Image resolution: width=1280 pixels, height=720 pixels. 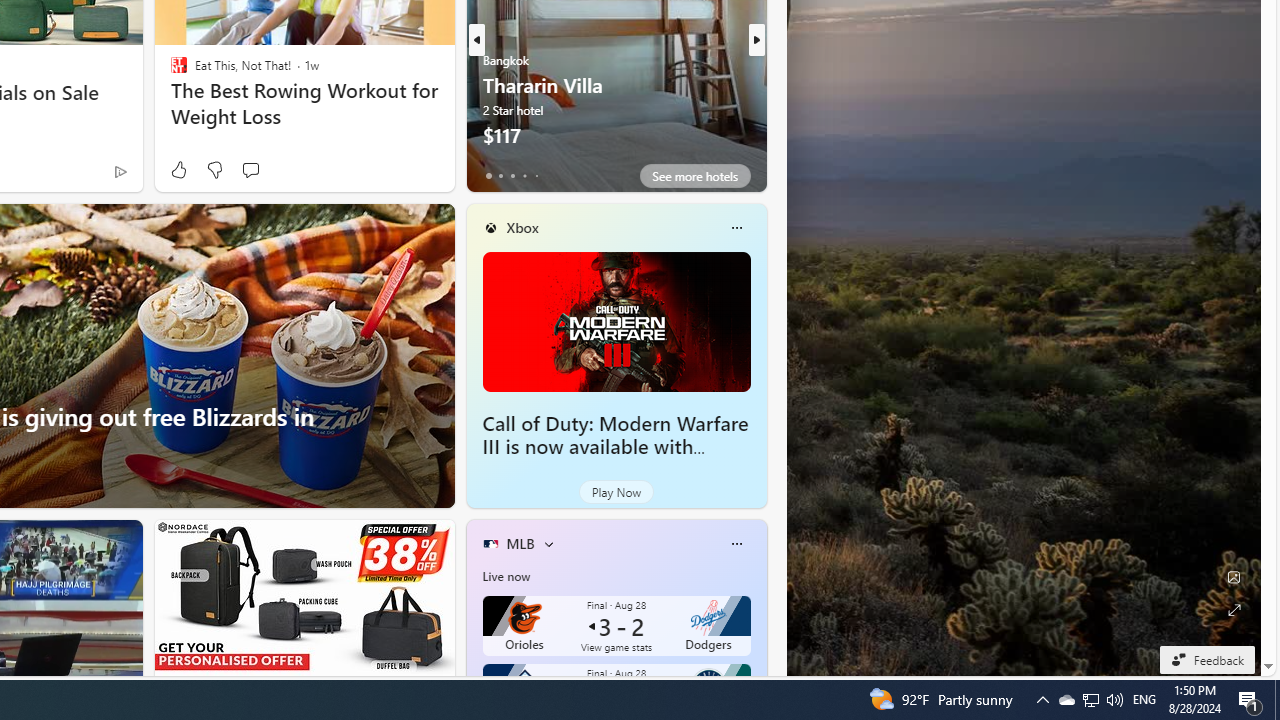 What do you see at coordinates (548, 543) in the screenshot?
I see `'More interests'` at bounding box center [548, 543].